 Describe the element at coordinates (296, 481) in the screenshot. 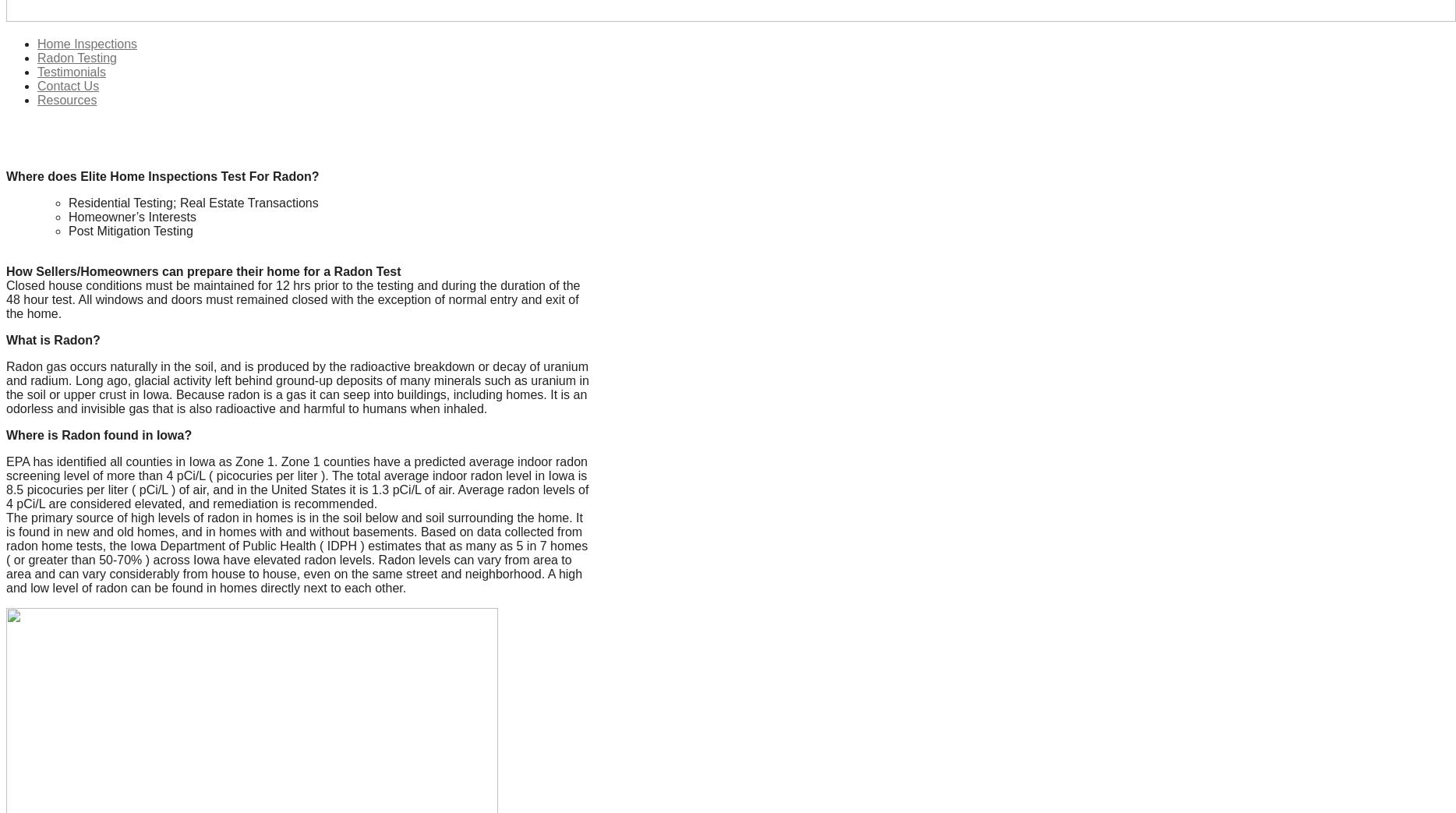

I see `'EPA has identified all counties in Iowa as Zone 1. Zone 1 counties have a predicted average indoor radon screening level of more than 4 pCi/L ( picocuries per liter ). The total average indoor radon level in Iowa is 8.5 picocuries per liter ( pCi/L ) of air, and in the United States it is 1.3 pCi/L of air. Average radon levels of 4 pCi/L are considered elevated, and remediation is recommended.'` at that location.